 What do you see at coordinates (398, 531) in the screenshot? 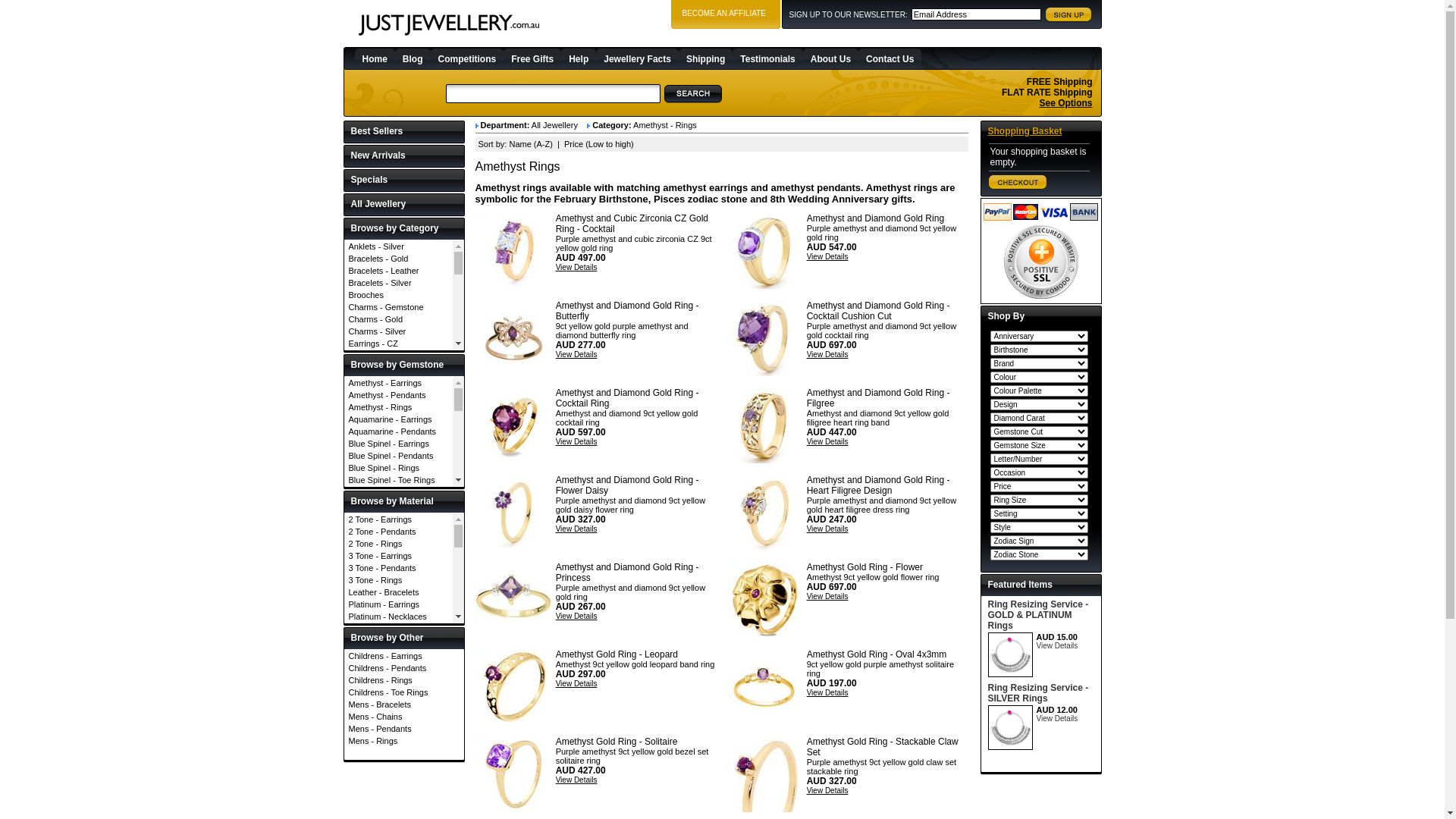
I see `'2 Tone - Pendants'` at bounding box center [398, 531].